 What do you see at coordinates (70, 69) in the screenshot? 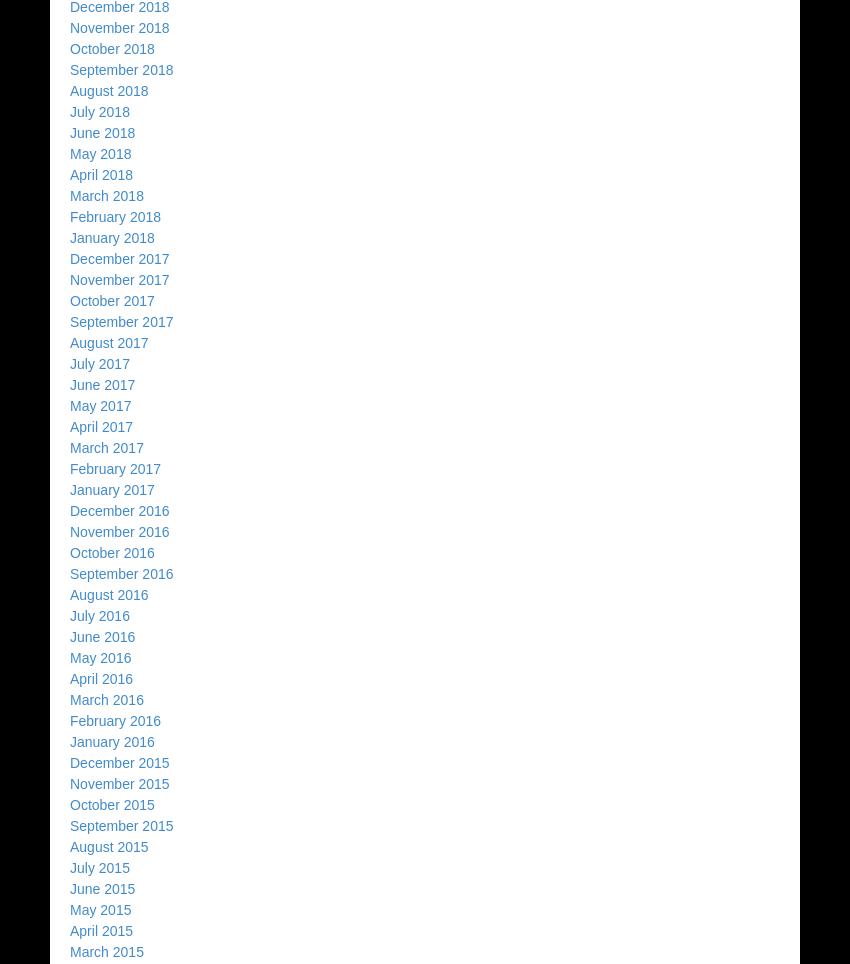
I see `'September 2018'` at bounding box center [70, 69].